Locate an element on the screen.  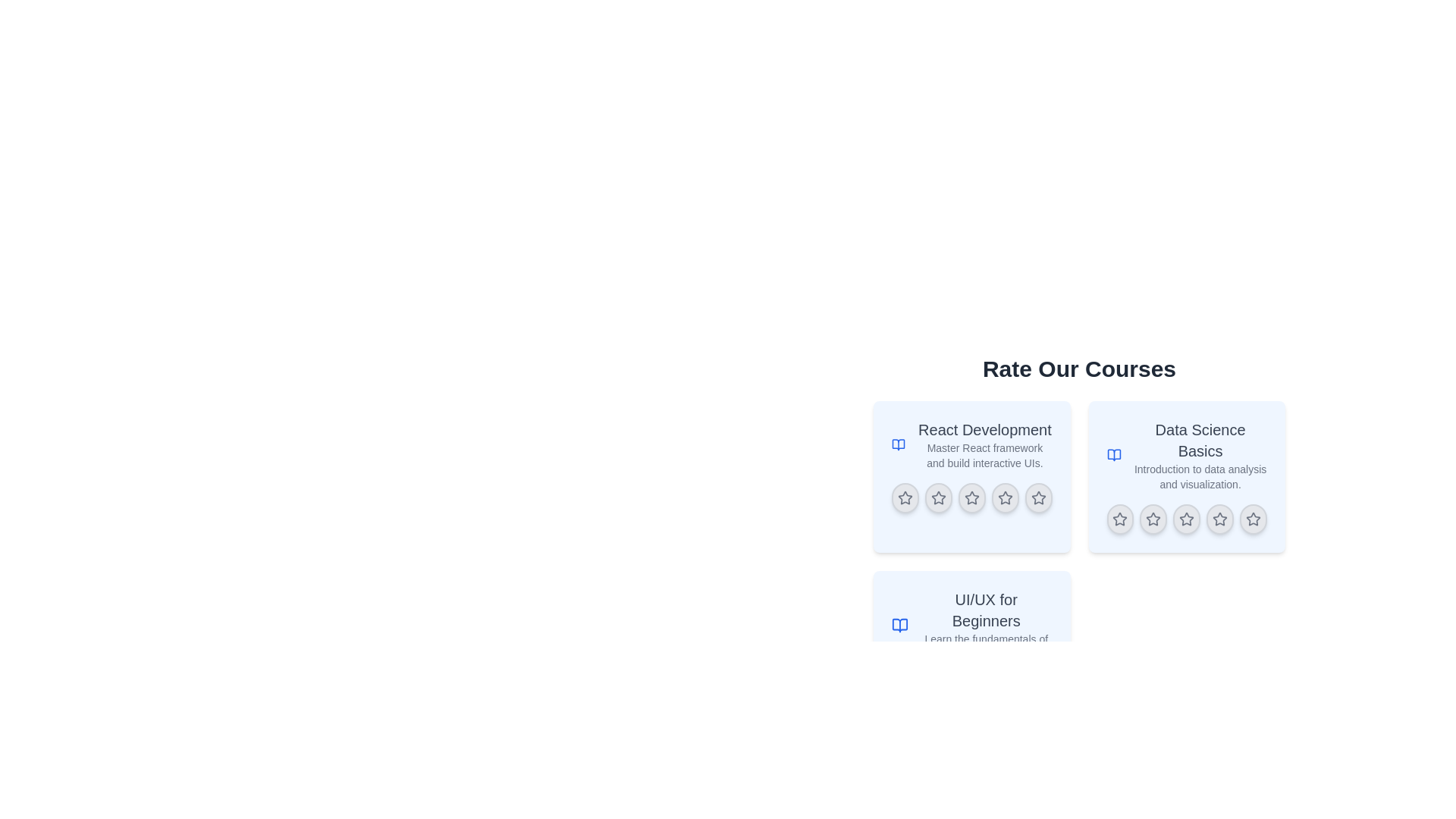
the third interactive star button located at the bottom of the 'Data Science Basics' card is located at coordinates (1186, 519).